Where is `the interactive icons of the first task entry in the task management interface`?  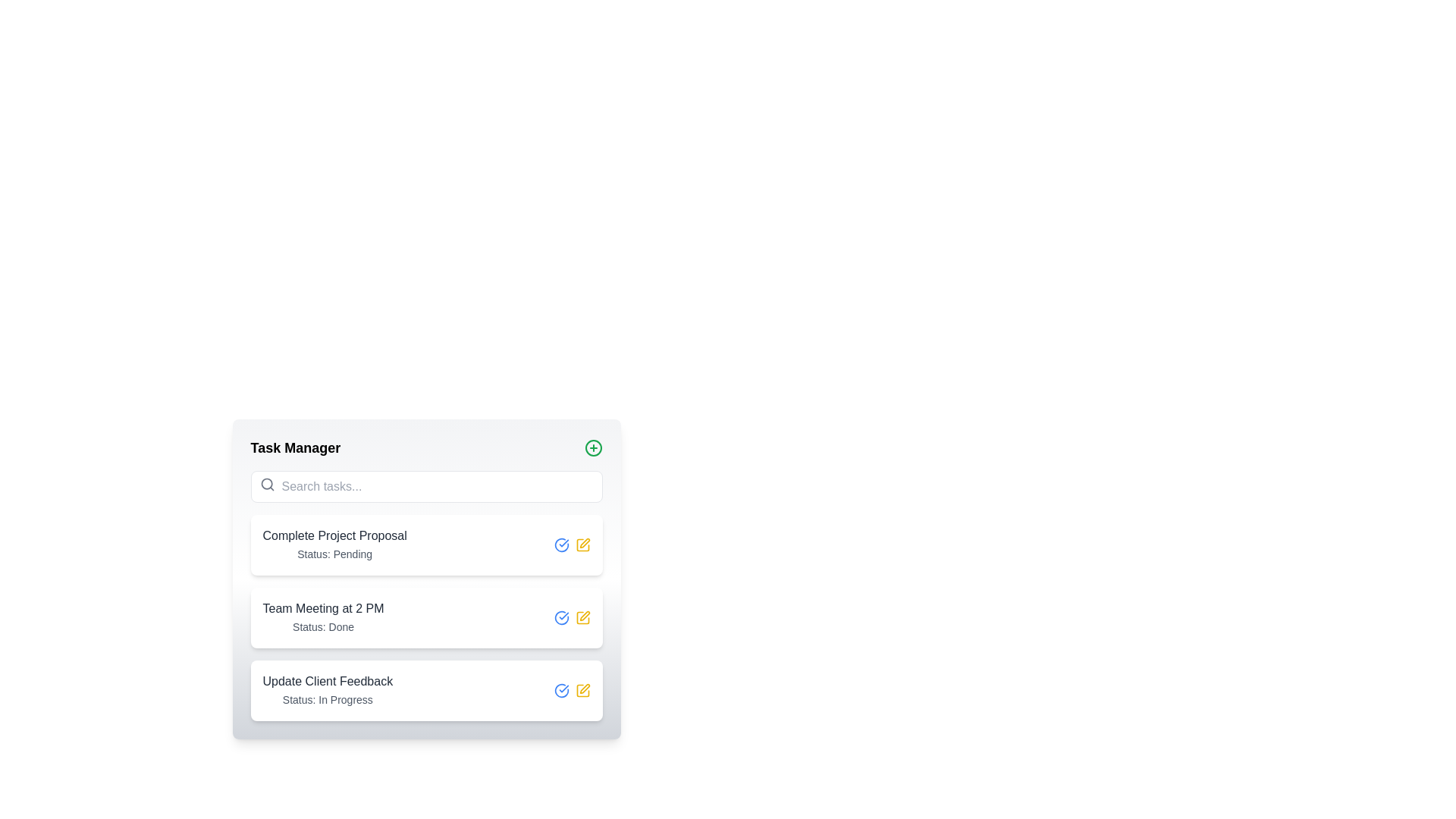 the interactive icons of the first task entry in the task management interface is located at coordinates (425, 544).